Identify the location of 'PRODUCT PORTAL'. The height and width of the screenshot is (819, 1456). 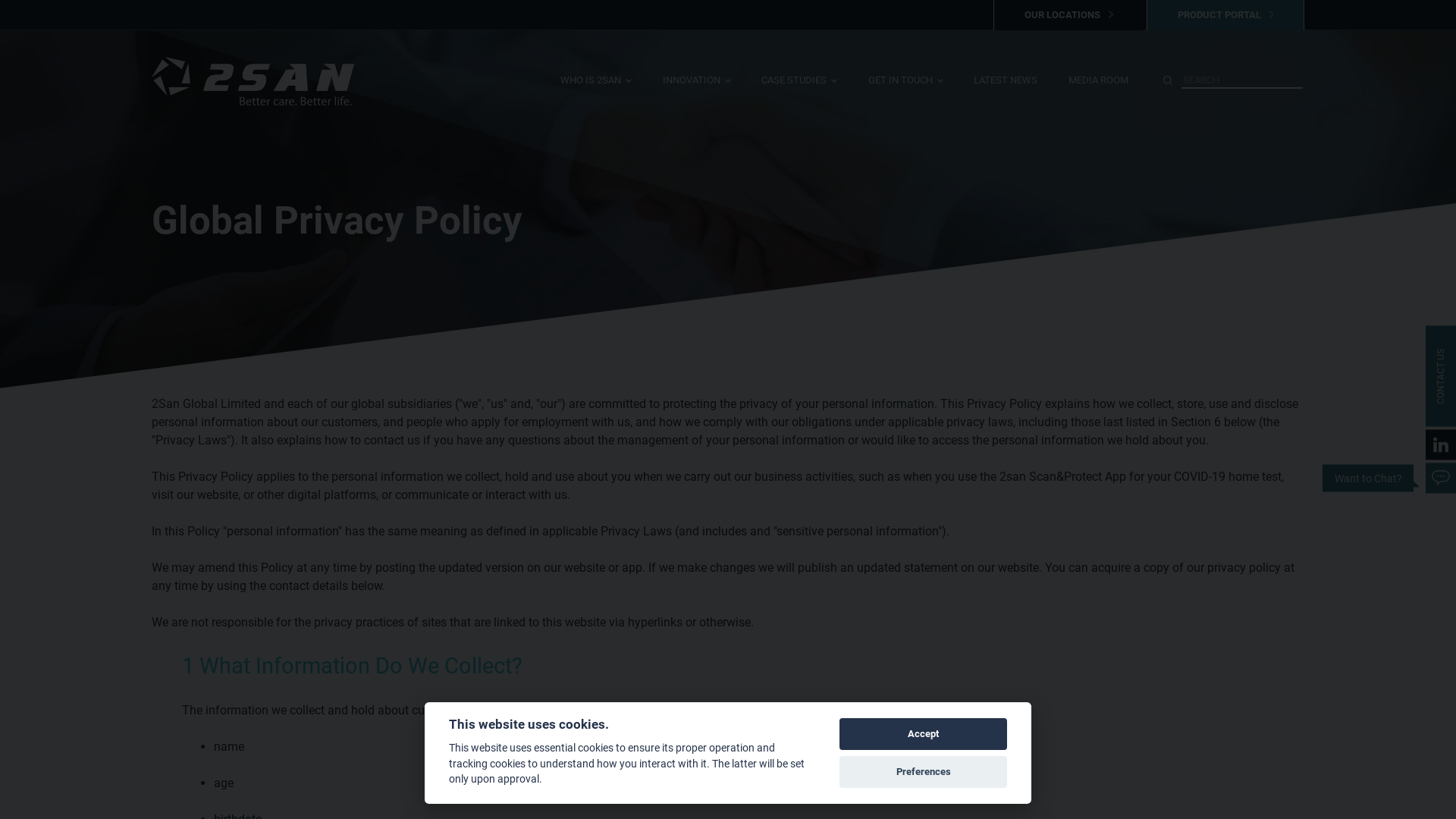
(1225, 14).